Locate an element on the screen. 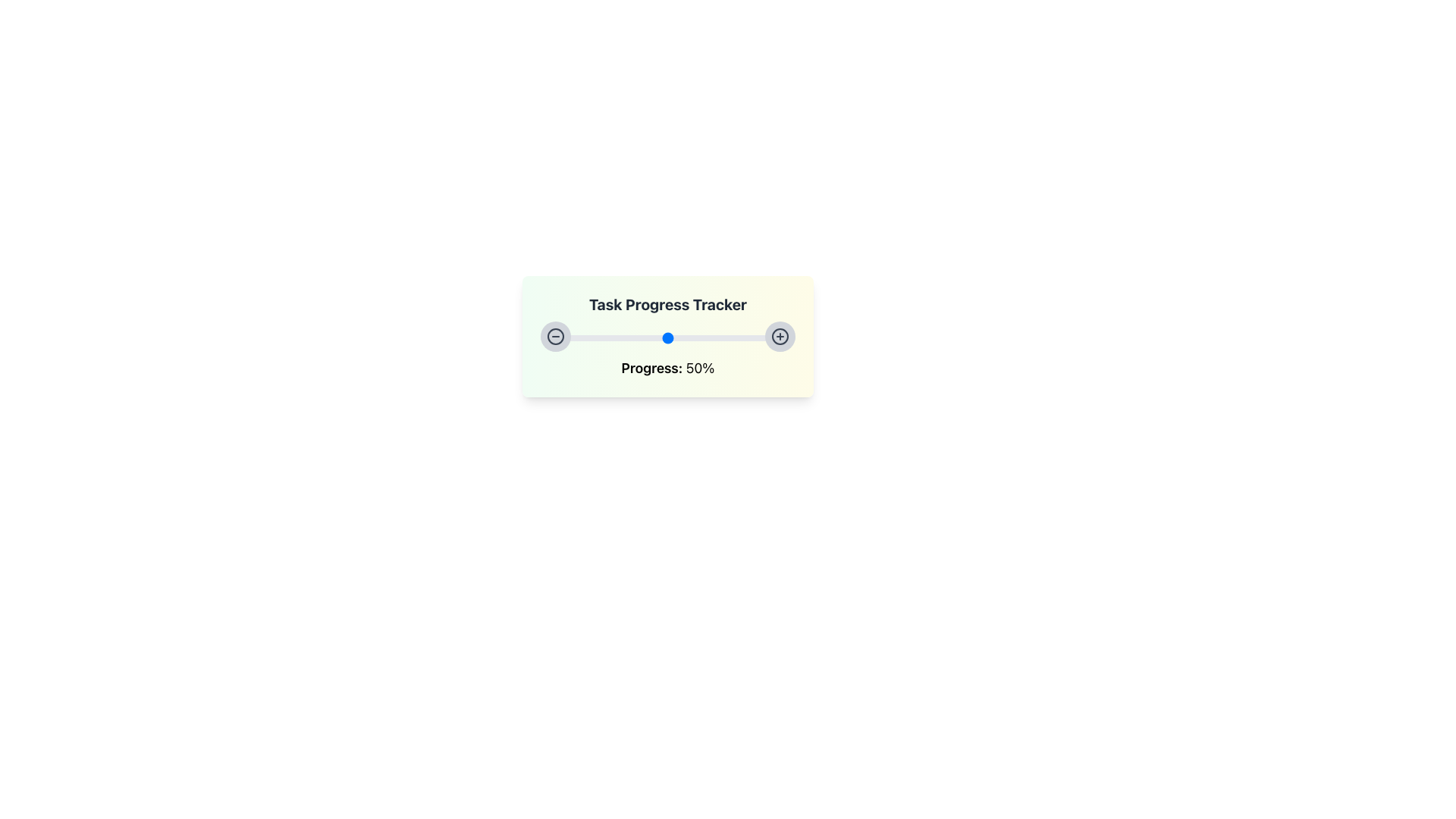 This screenshot has width=1456, height=819. the 'Progress:' text label that displays the text in bold styling, located to the left of the percentage display '50%' is located at coordinates (651, 368).